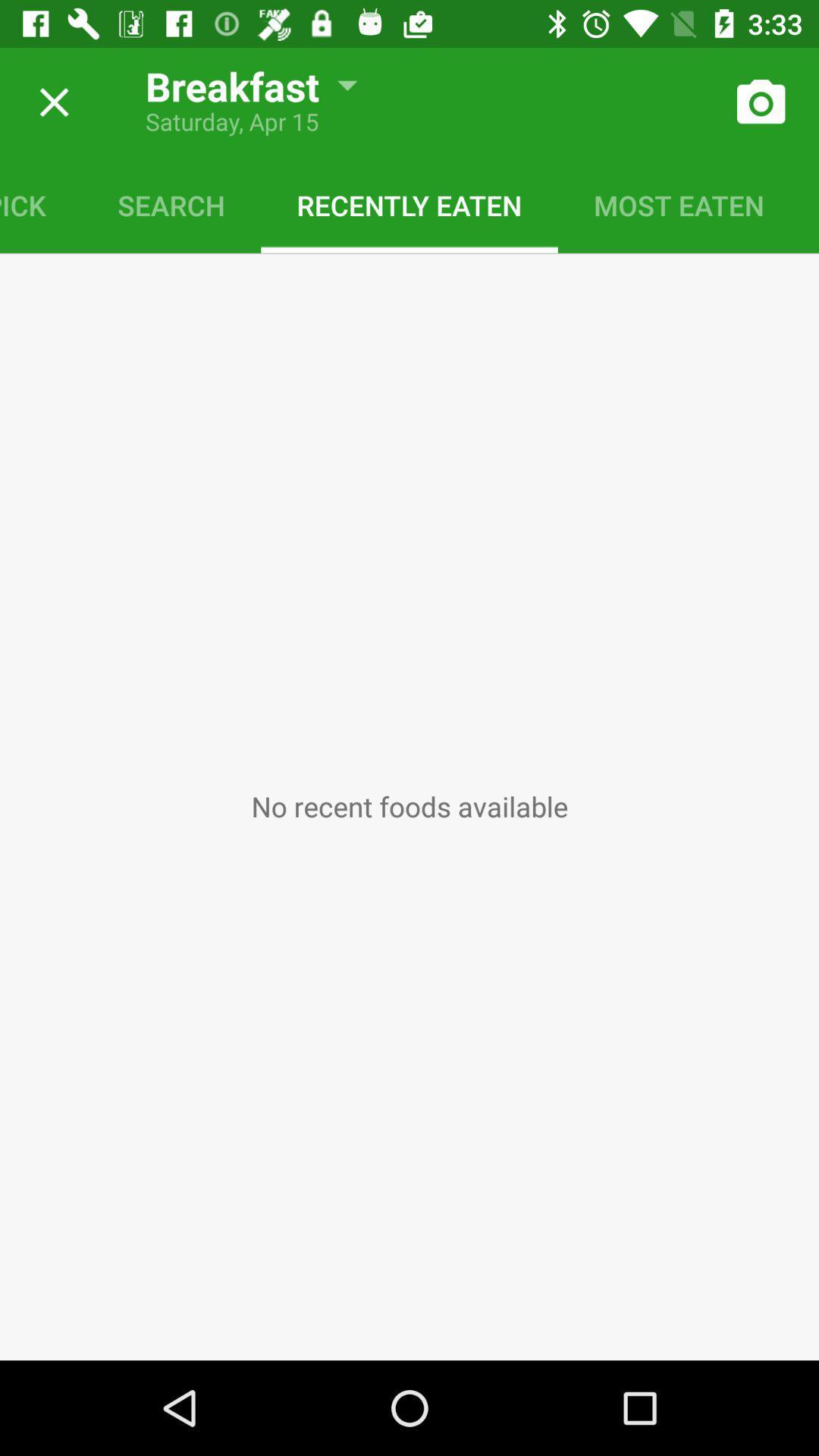 The width and height of the screenshot is (819, 1456). What do you see at coordinates (808, 204) in the screenshot?
I see `saved meal icon` at bounding box center [808, 204].